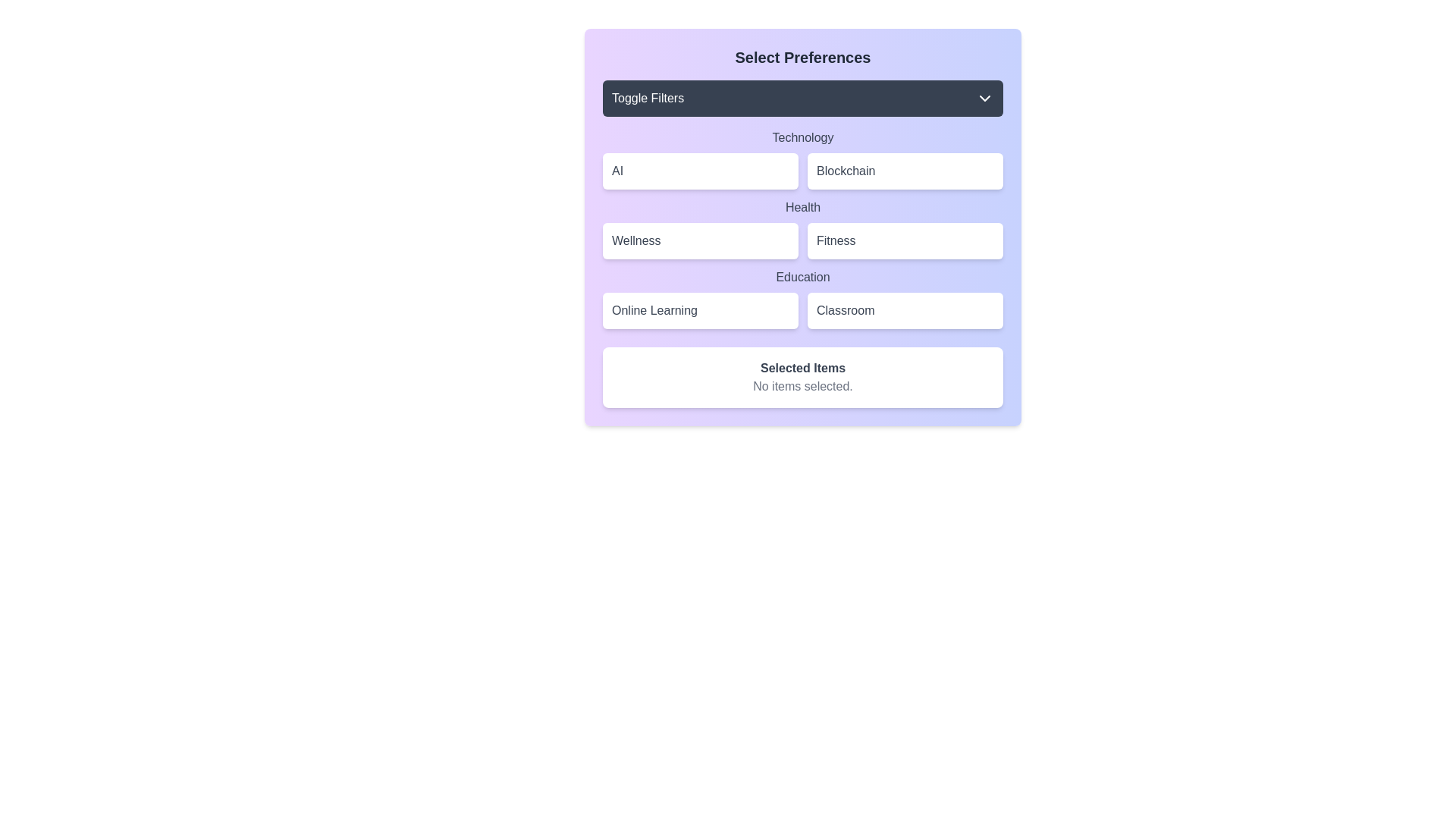  What do you see at coordinates (905, 171) in the screenshot?
I see `the rectangular button with rounded corners labeled 'Blockchain'` at bounding box center [905, 171].